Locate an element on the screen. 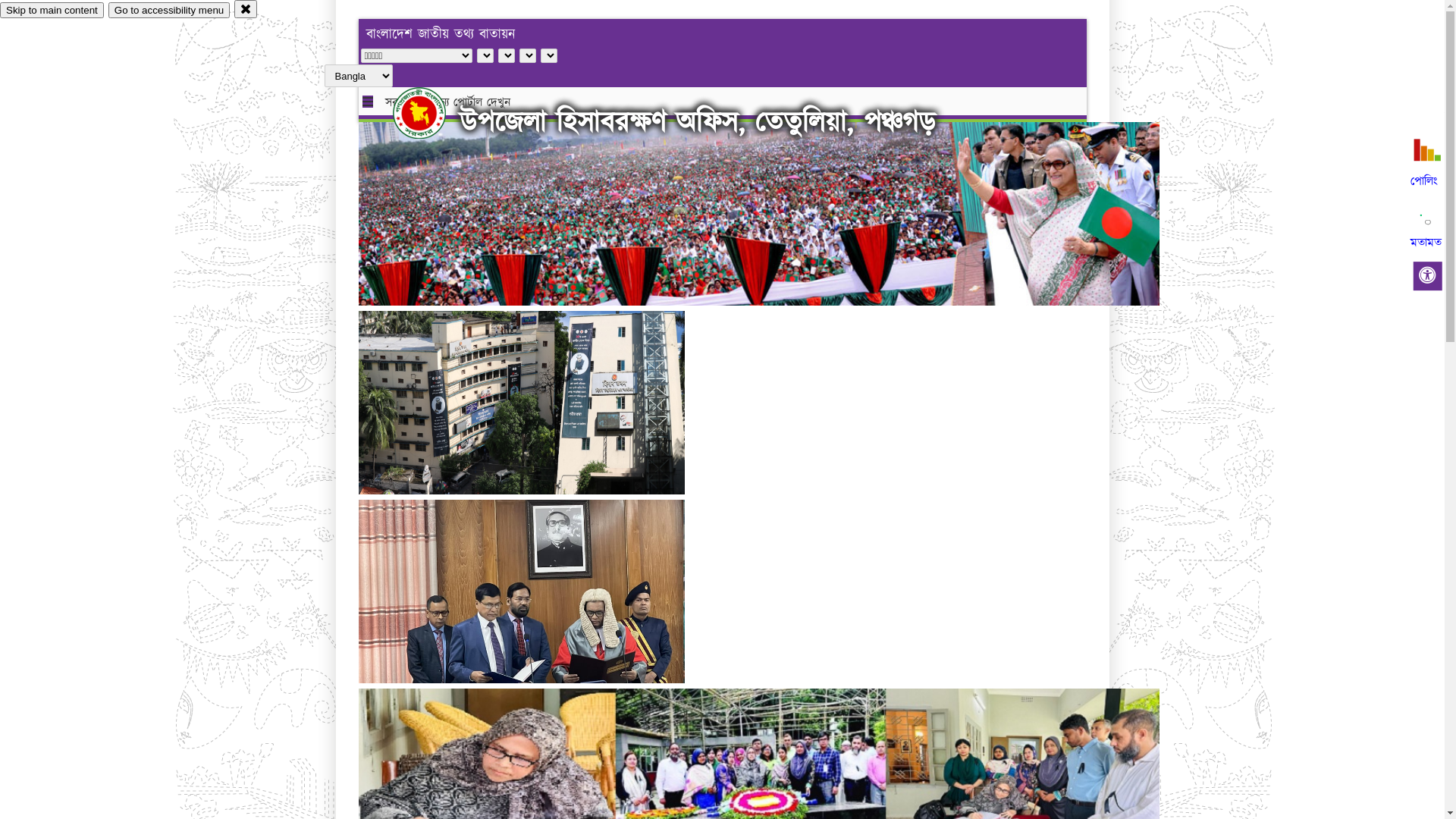  'Skip to main content' is located at coordinates (52, 10).